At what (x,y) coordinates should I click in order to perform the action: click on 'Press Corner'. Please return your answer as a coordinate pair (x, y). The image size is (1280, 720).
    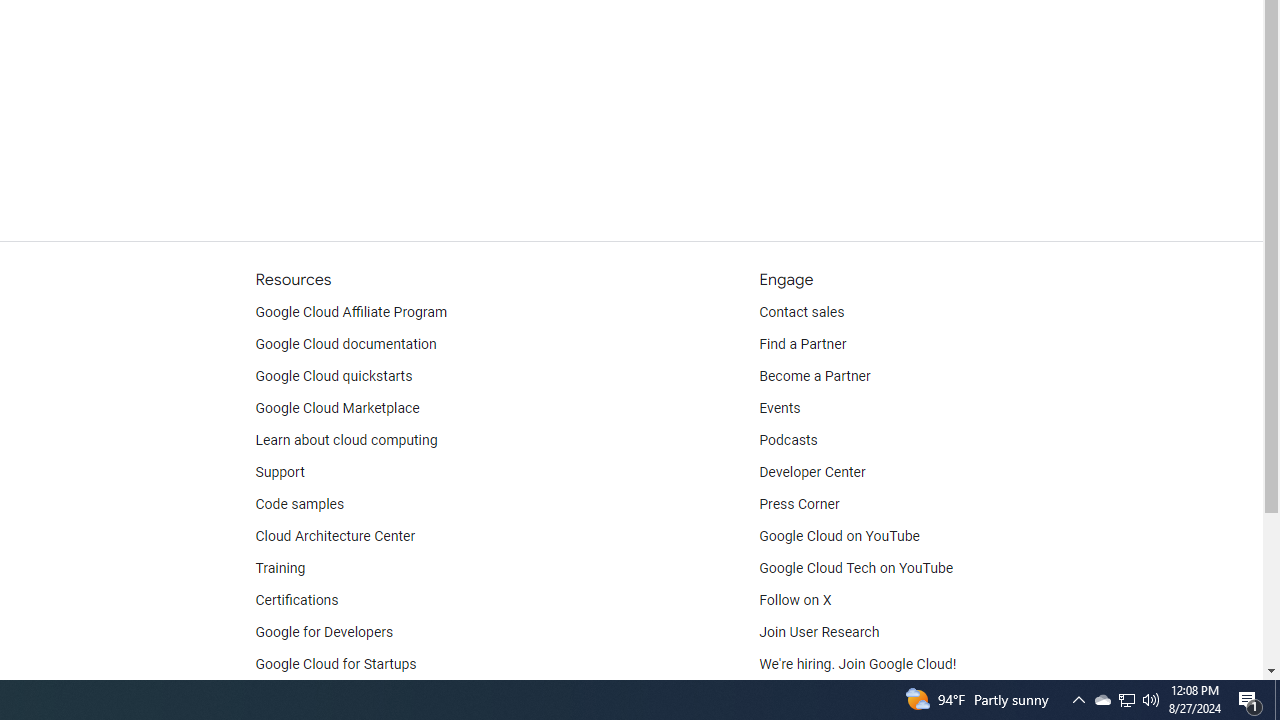
    Looking at the image, I should click on (798, 504).